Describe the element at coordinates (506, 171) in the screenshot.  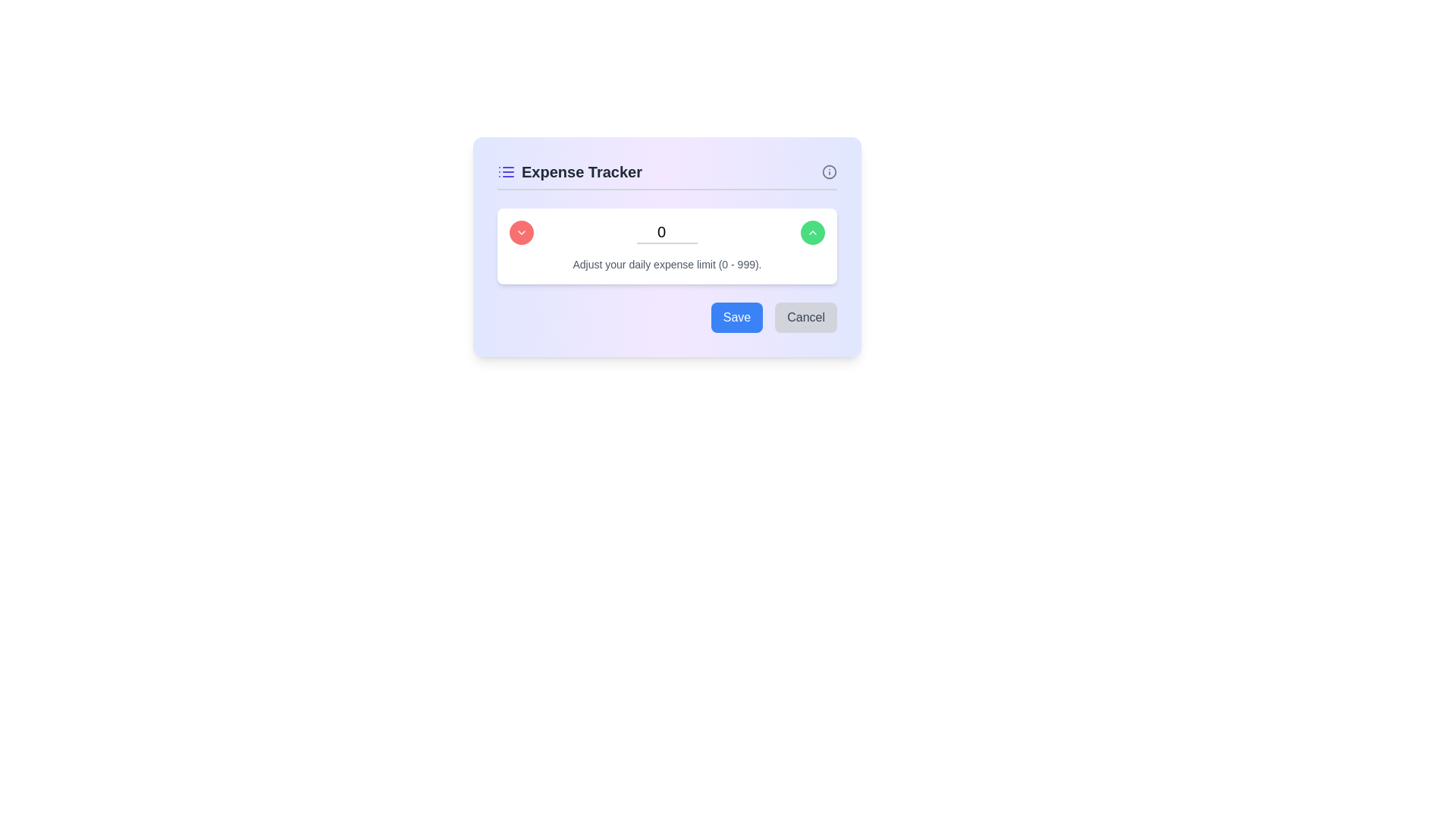
I see `the icon representing the list functionality for the 'Expense Tracker' title, located at the top-left area of the panel, adjacent to the bold text` at that location.